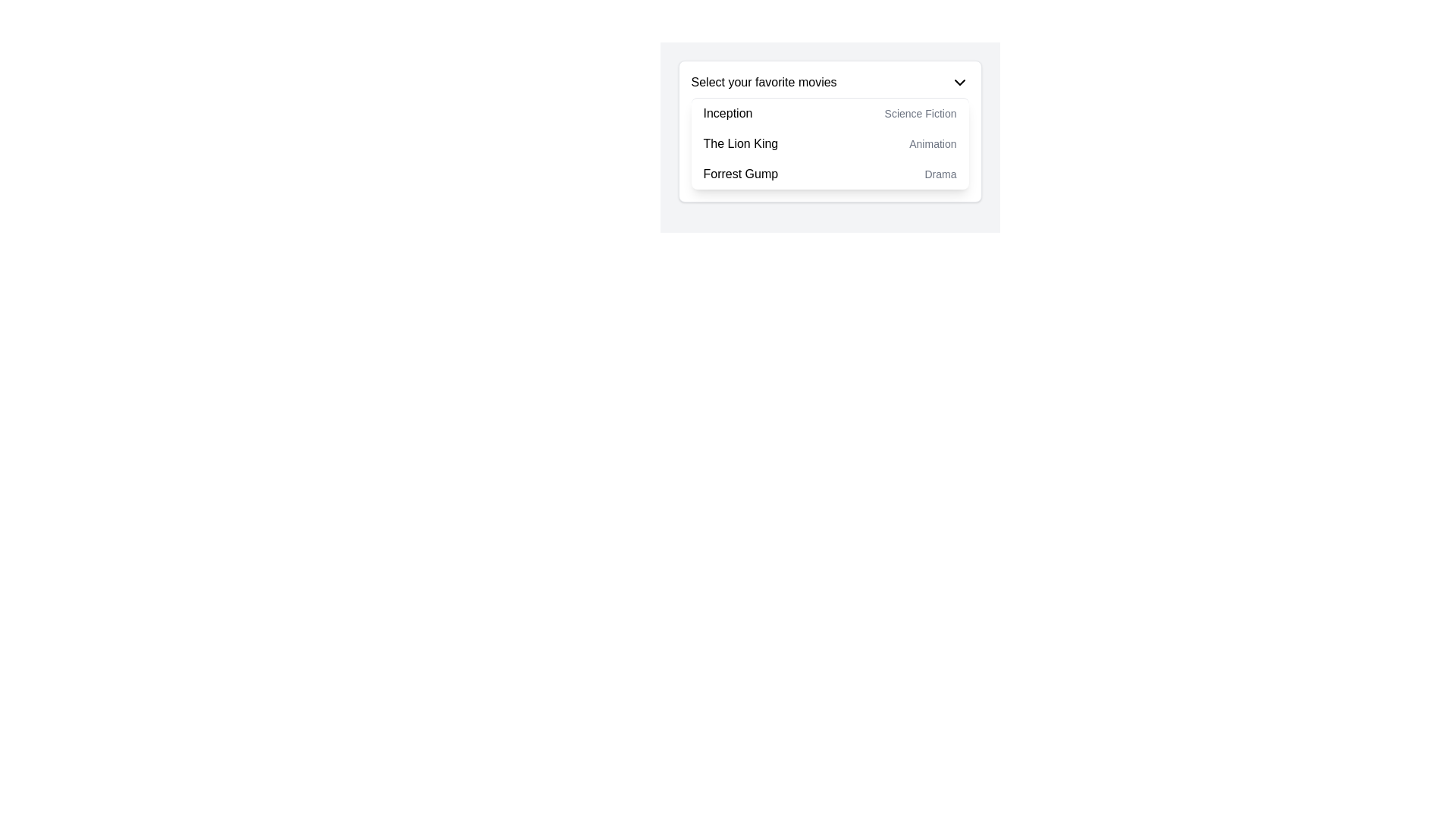 The height and width of the screenshot is (819, 1456). Describe the element at coordinates (728, 113) in the screenshot. I see `the text label displaying the movie name 'Inception', which is located at the top of a list of movie options and positioned to the left of the smaller text label 'Science Fiction'` at that location.